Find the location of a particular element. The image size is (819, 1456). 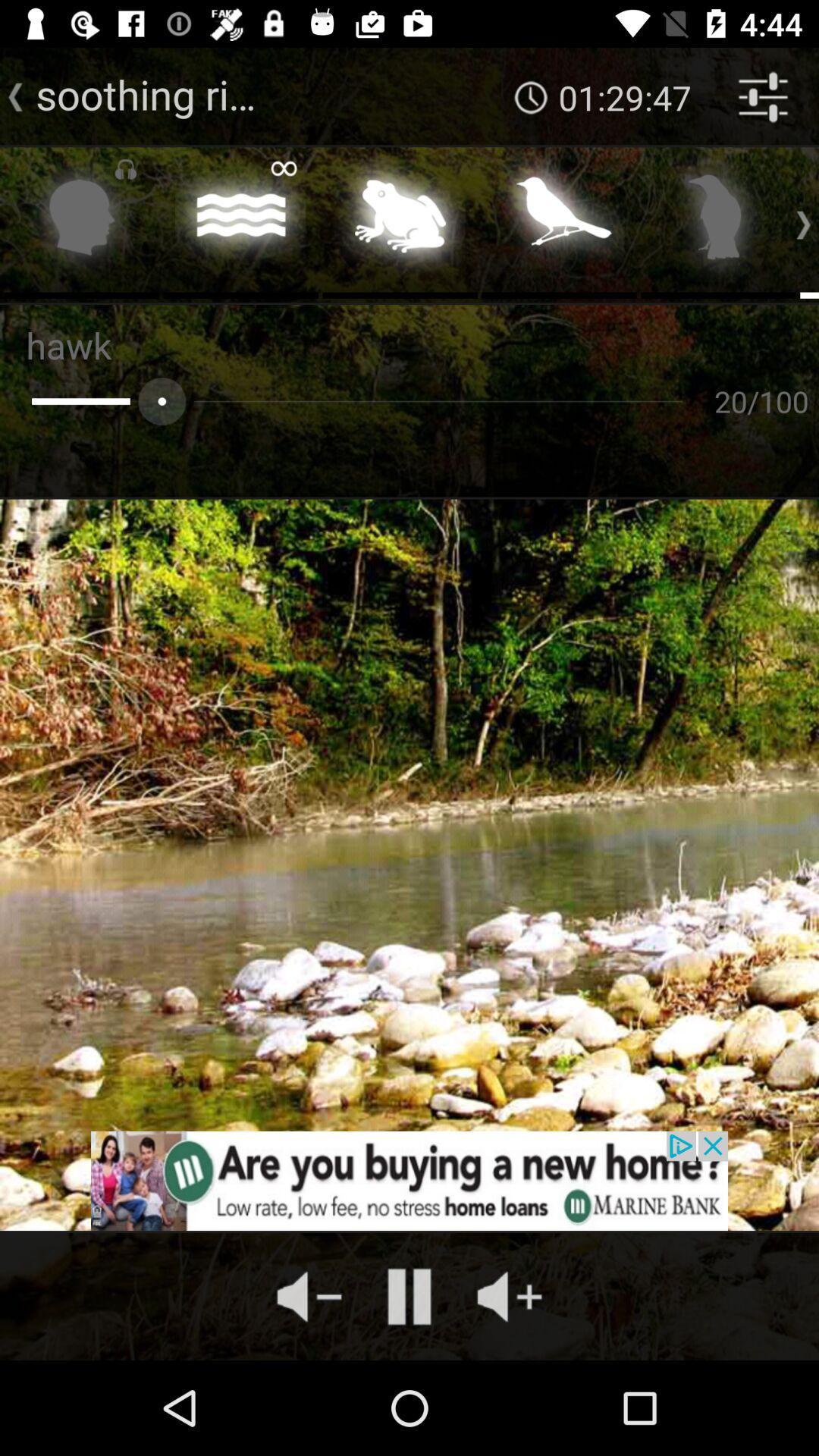

the arrow_backward icon is located at coordinates (15, 96).